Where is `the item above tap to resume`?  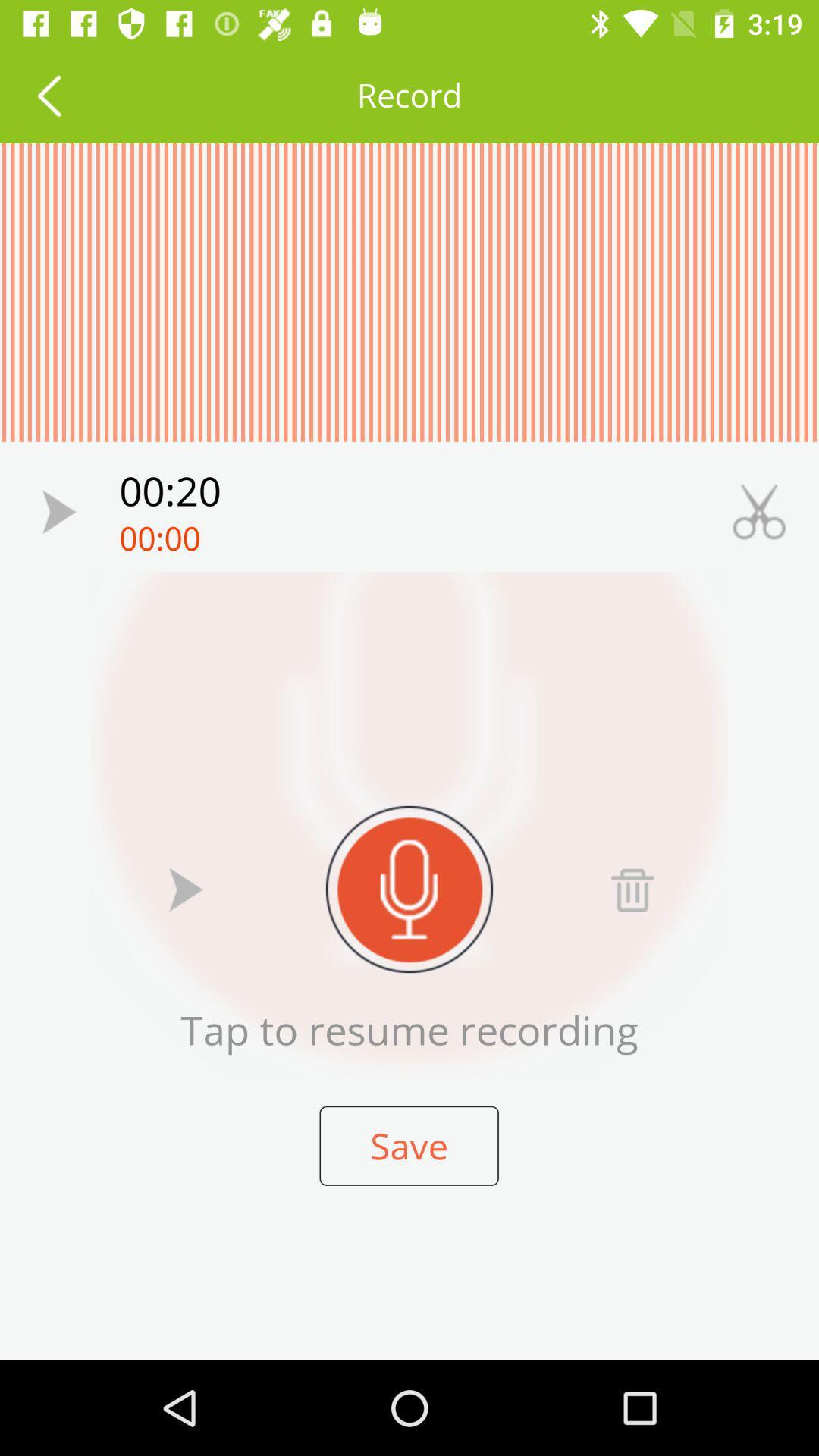 the item above tap to resume is located at coordinates (632, 889).